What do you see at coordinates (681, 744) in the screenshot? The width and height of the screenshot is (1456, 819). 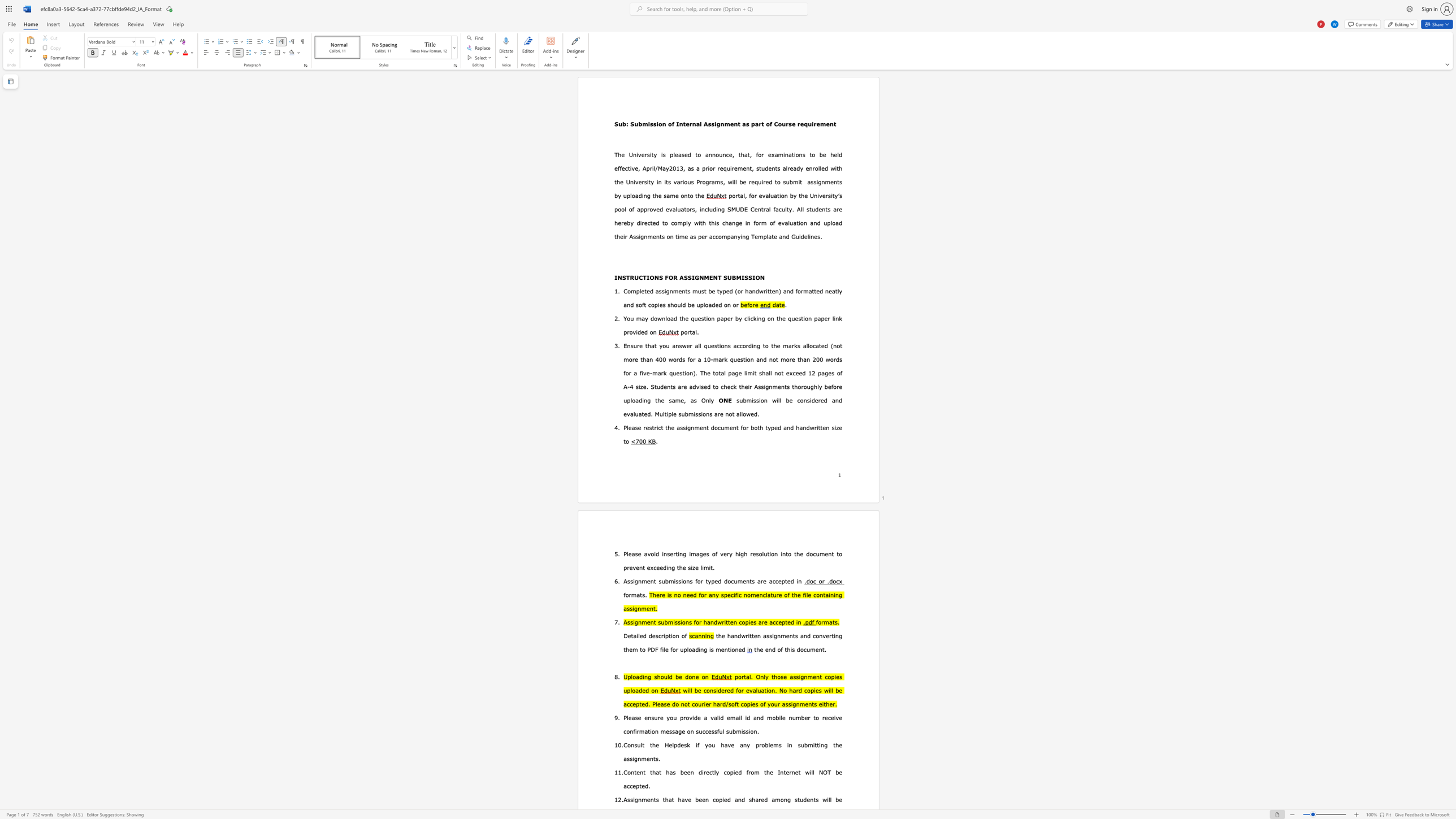 I see `the subset text "esk i" within the text "Consult the Helpdesk if you have any problems in"` at bounding box center [681, 744].